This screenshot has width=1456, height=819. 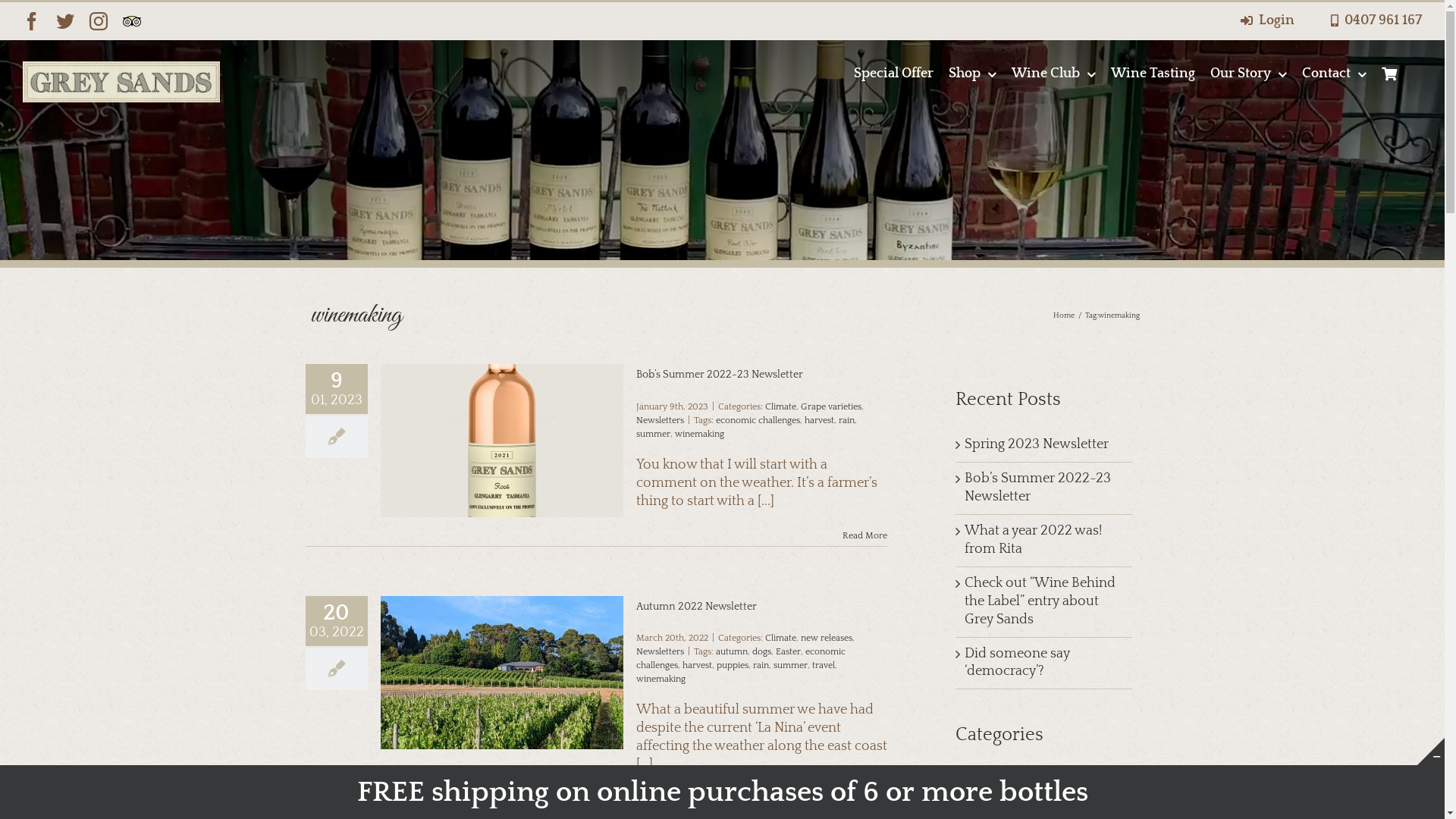 What do you see at coordinates (1248, 82) in the screenshot?
I see `'Our Story'` at bounding box center [1248, 82].